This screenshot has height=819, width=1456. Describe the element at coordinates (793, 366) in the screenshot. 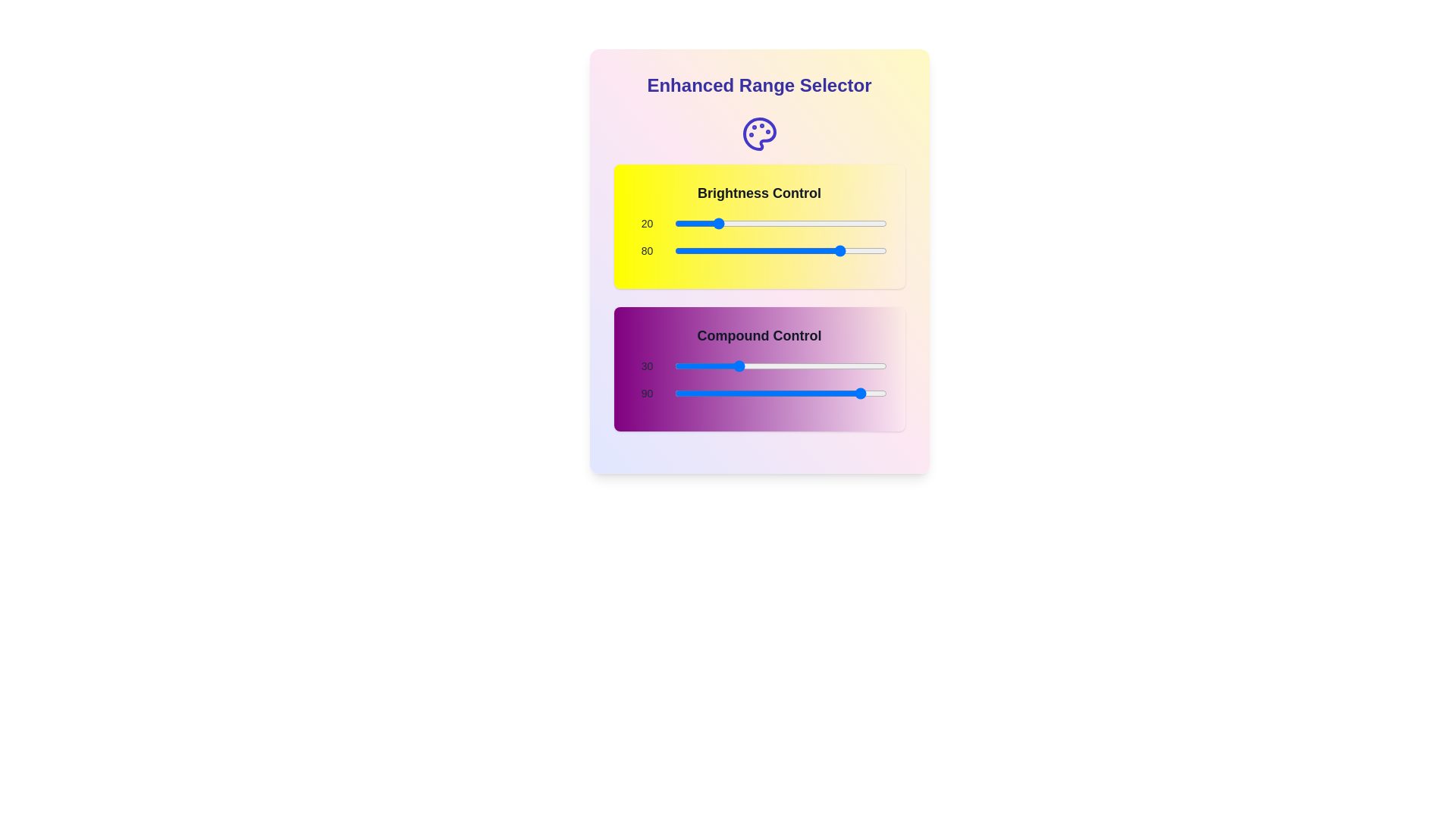

I see `the 'Compound Control' slider to 57 by dragging it to the corresponding position` at that location.